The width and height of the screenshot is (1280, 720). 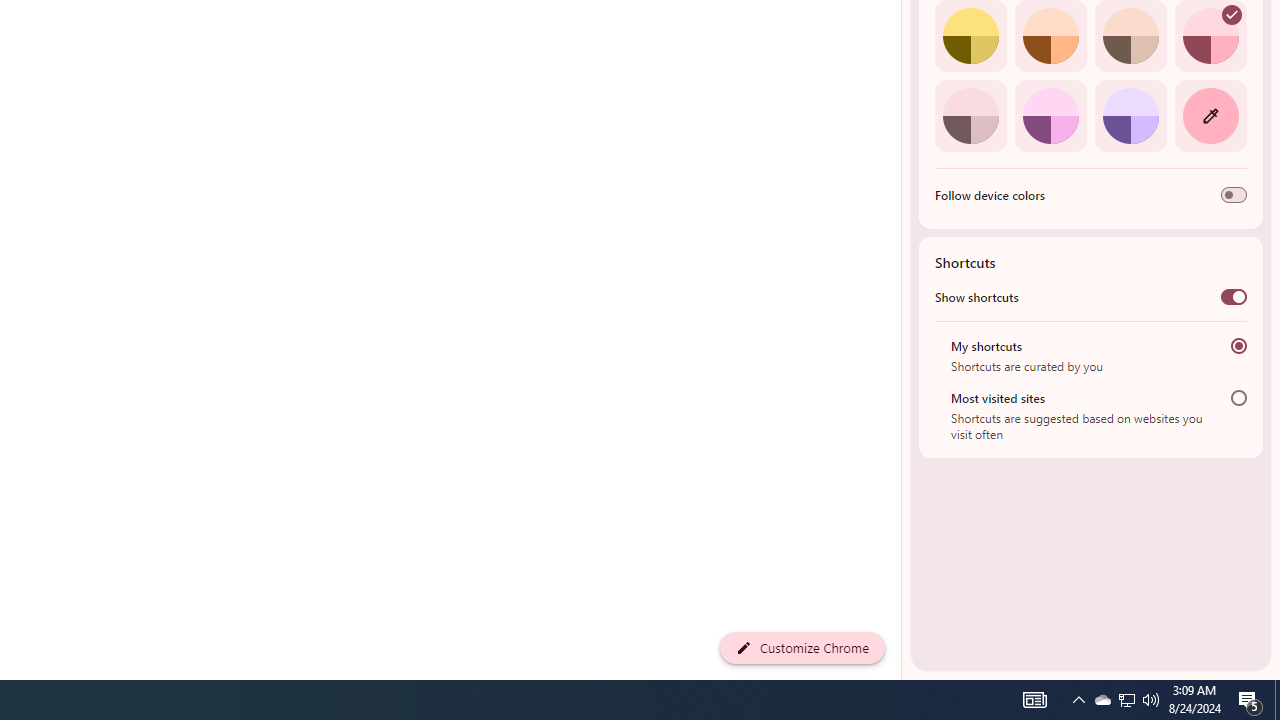 I want to click on 'Orange', so click(x=1049, y=36).